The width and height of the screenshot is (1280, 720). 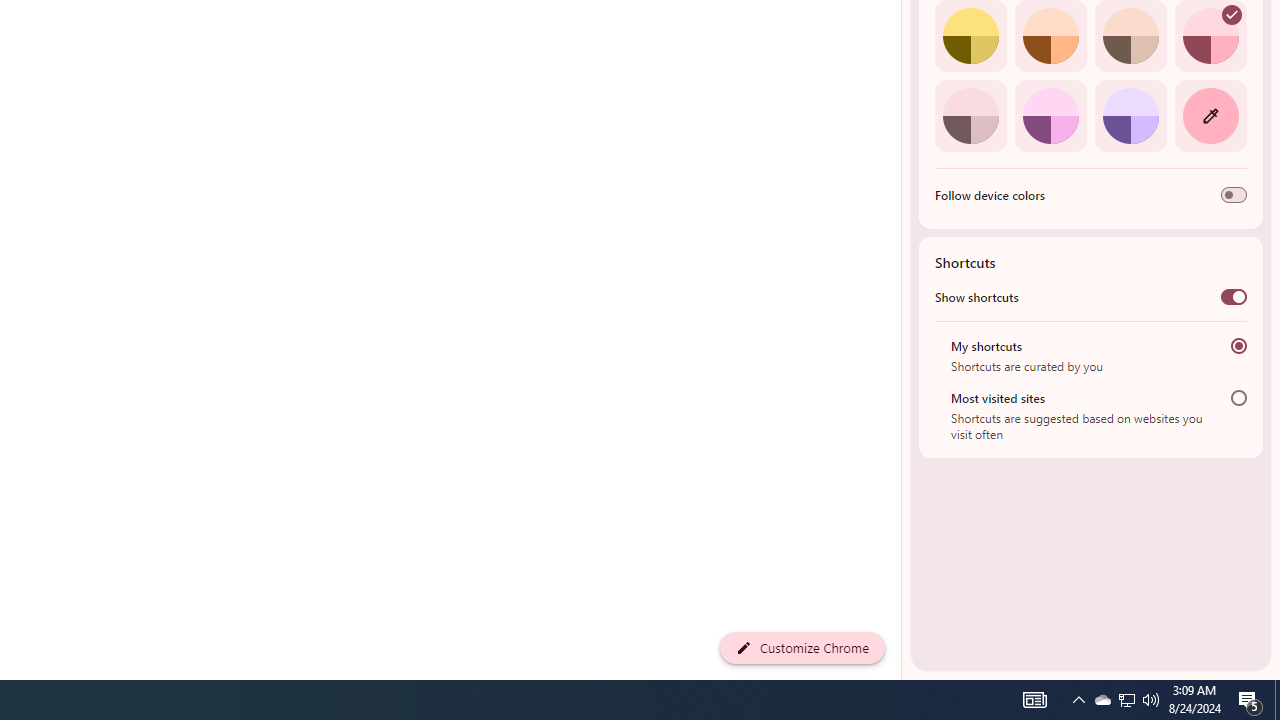 I want to click on 'Orange', so click(x=1049, y=36).